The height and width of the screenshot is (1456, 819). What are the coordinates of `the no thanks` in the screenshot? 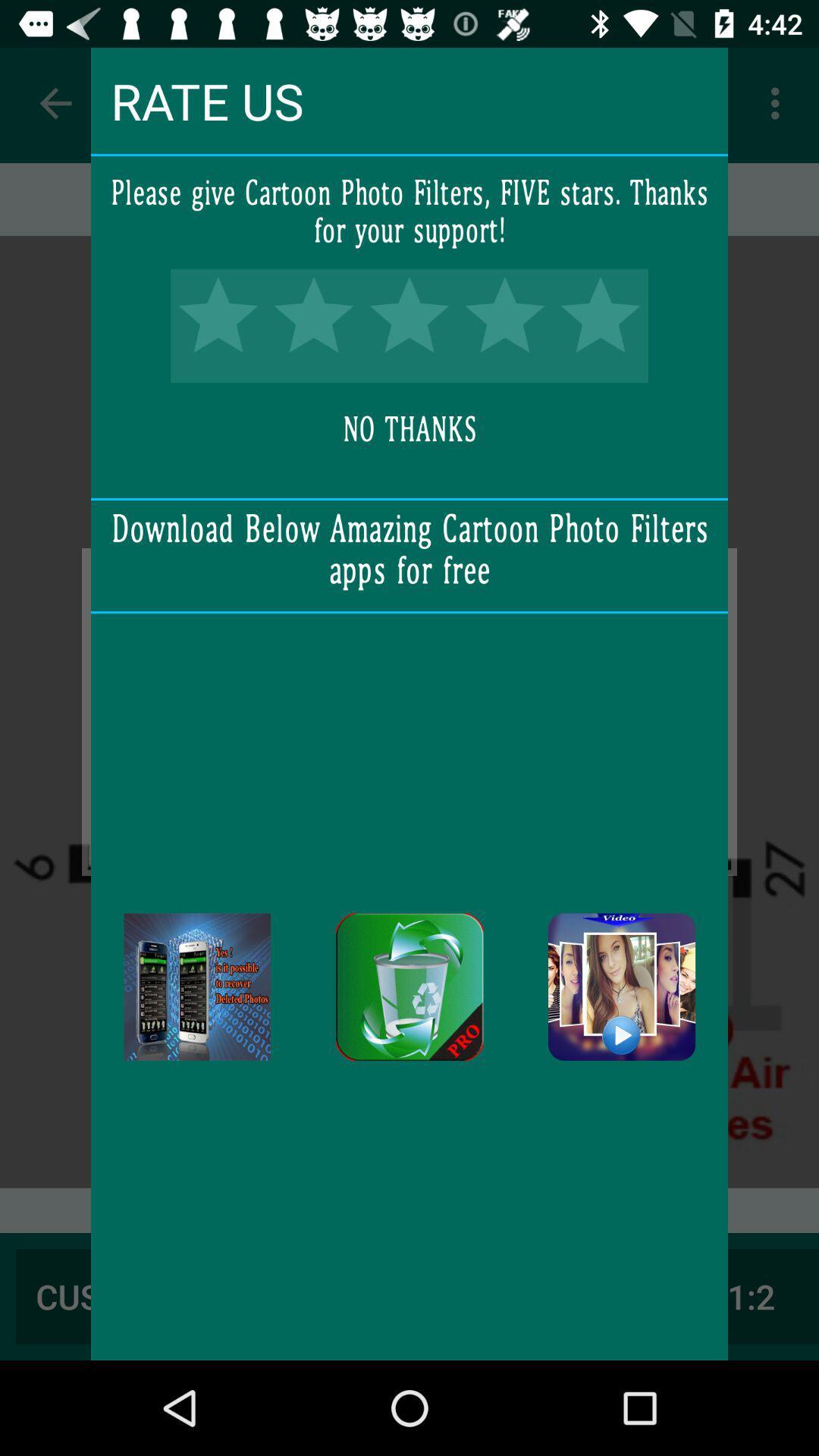 It's located at (409, 429).